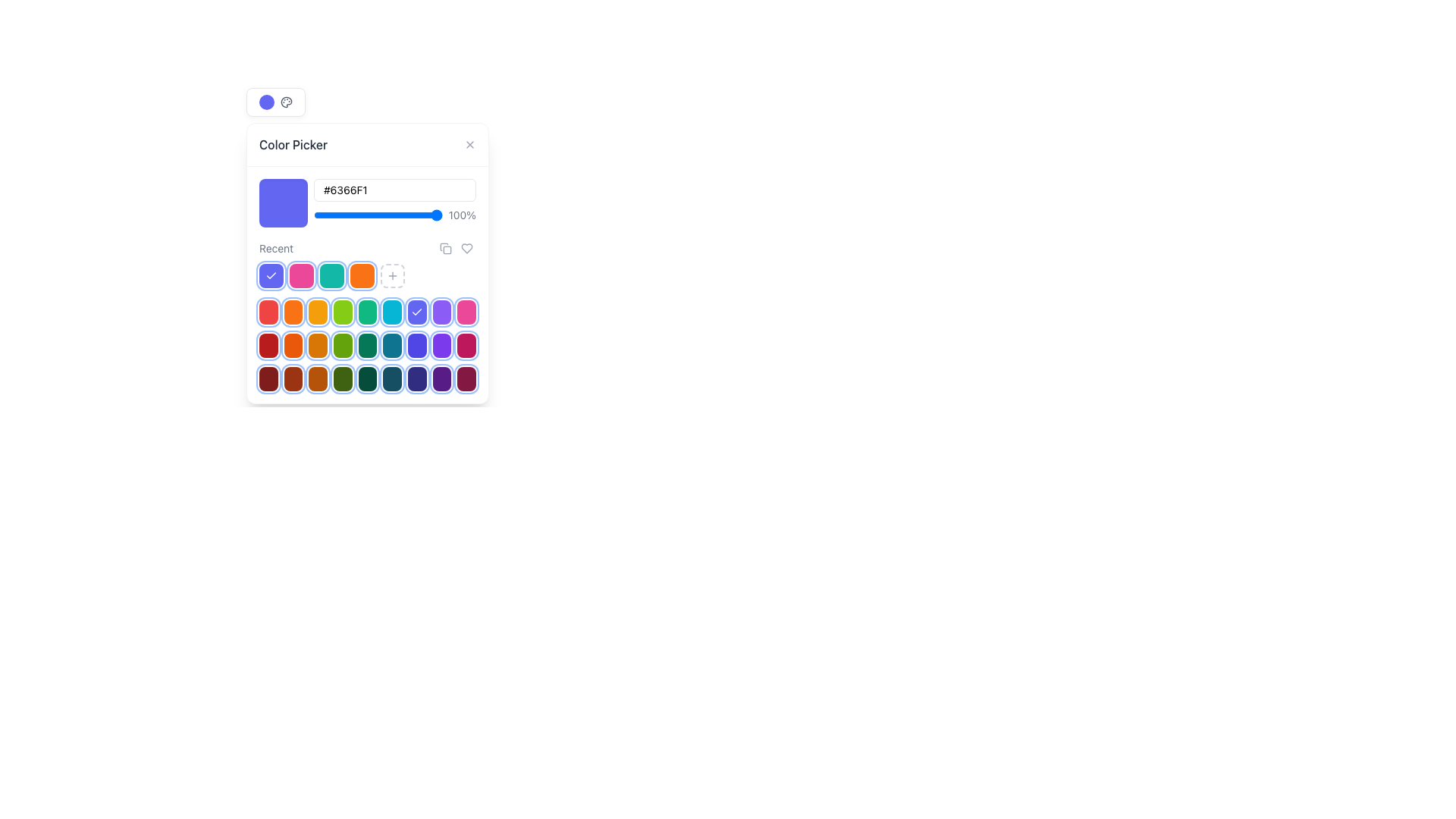  What do you see at coordinates (342, 345) in the screenshot?
I see `the small square button with rounded corners and a green fill located in the 'Recent' section of the color picker, specifically the fourth square from the left in the second row` at bounding box center [342, 345].